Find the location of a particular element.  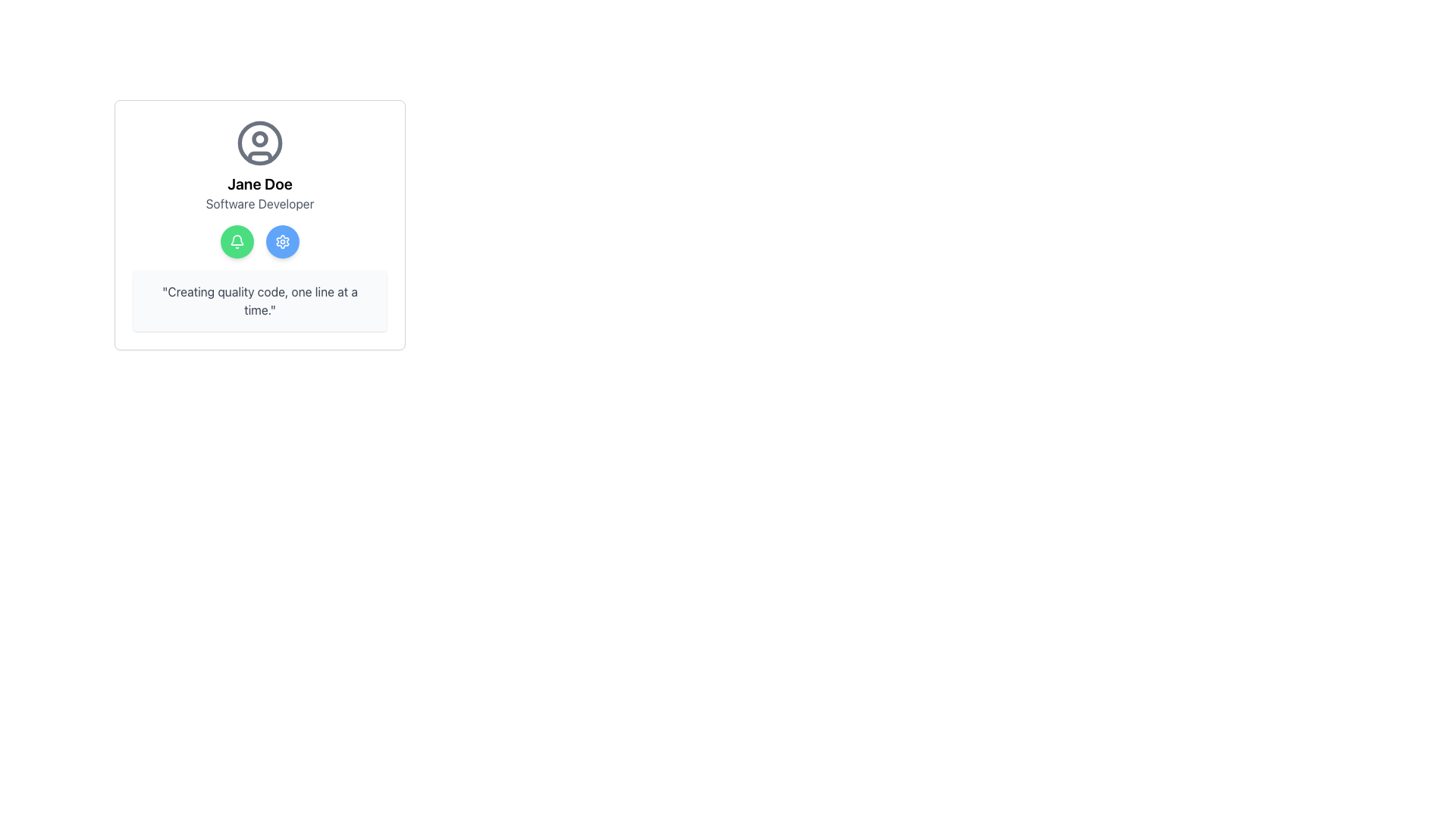

the decorative circular outline of the graphical avatar at the top of the user profile card, which is centered horizontally and aligned vertically above the user's name is located at coordinates (259, 143).